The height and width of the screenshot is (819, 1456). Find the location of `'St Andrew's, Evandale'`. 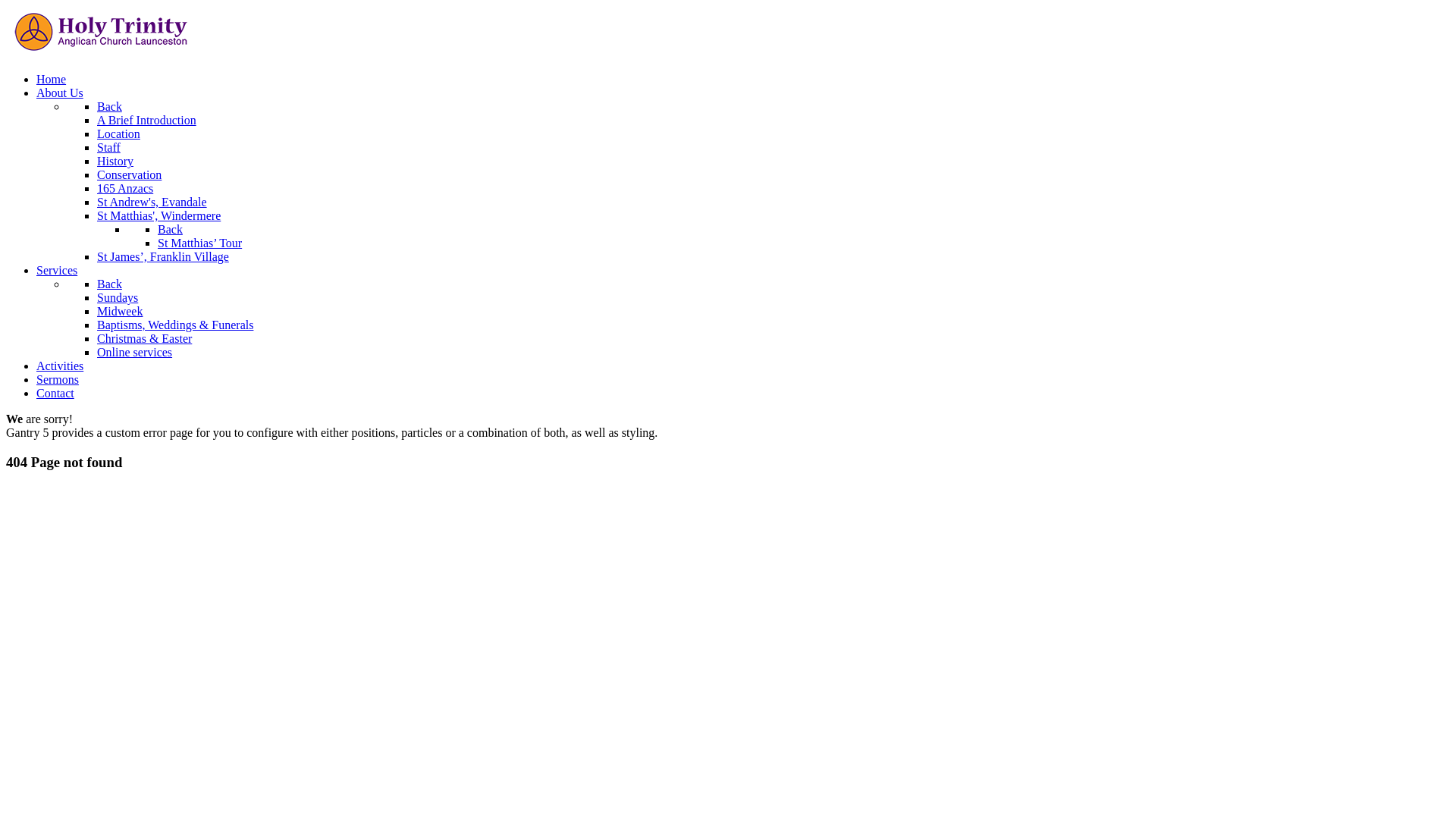

'St Andrew's, Evandale' is located at coordinates (152, 201).